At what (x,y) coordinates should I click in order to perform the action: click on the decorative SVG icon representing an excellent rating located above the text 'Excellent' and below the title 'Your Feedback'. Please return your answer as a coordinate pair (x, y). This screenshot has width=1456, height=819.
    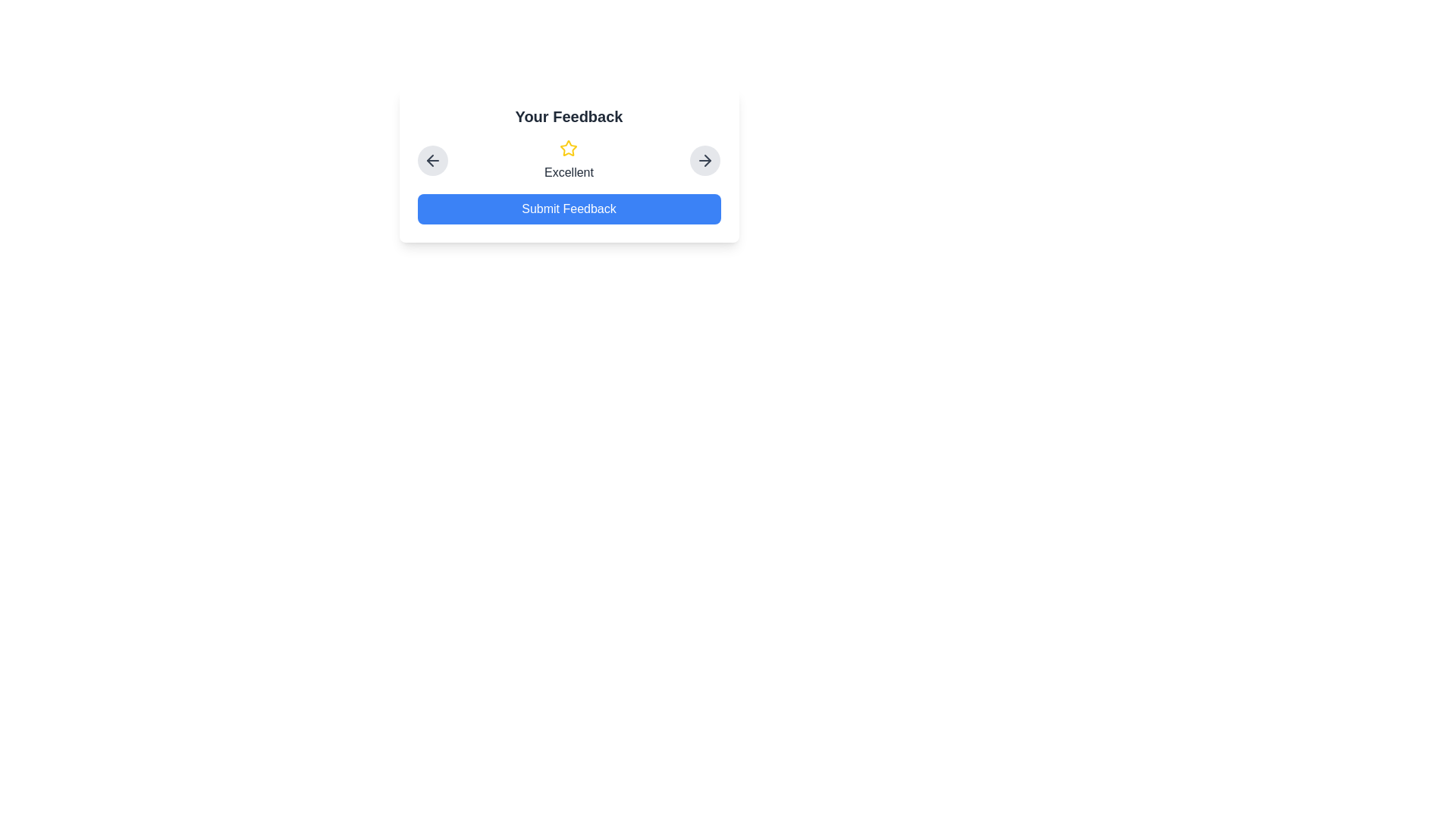
    Looking at the image, I should click on (568, 148).